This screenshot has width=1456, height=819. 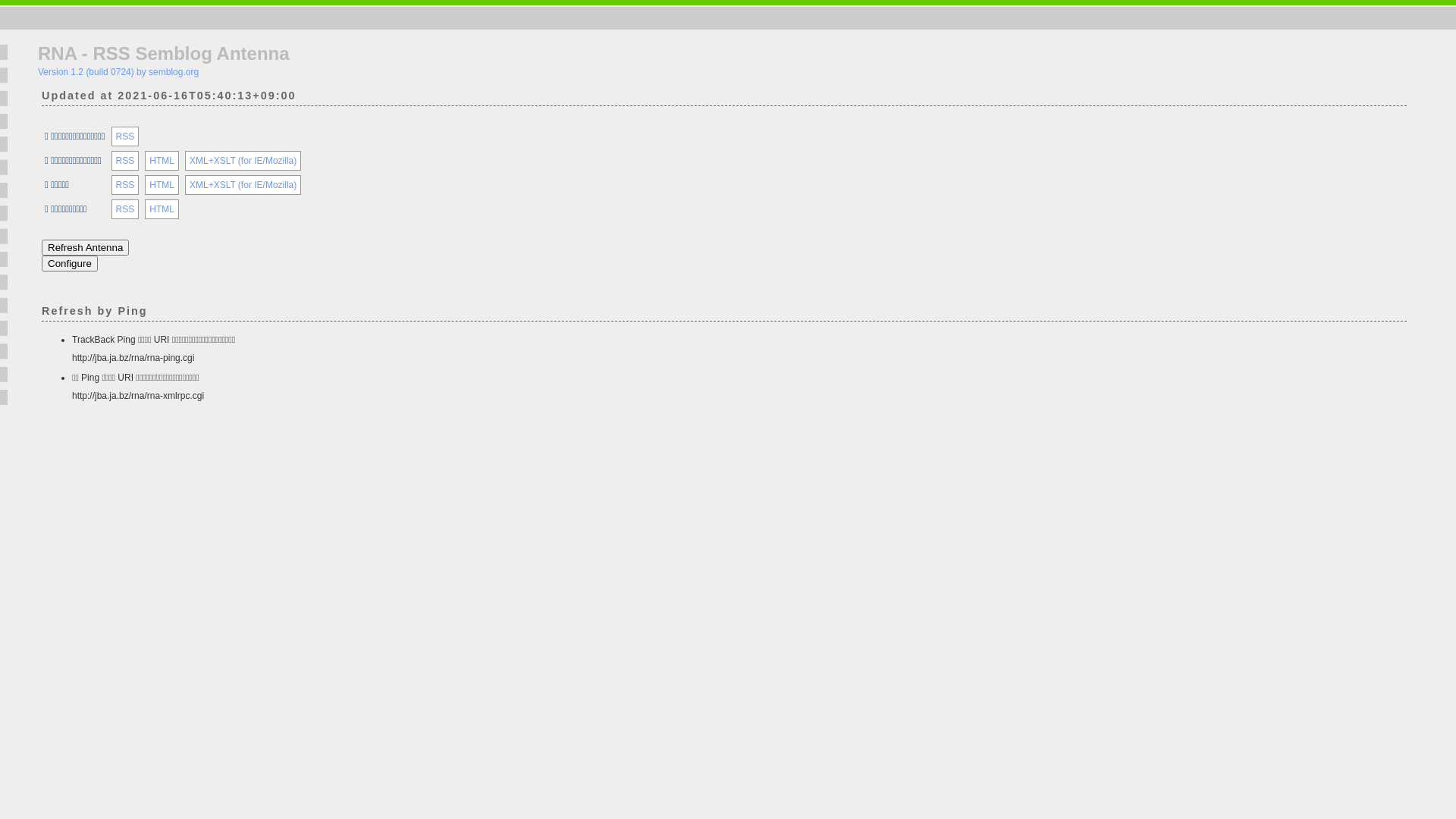 I want to click on 'HTML', so click(x=162, y=184).